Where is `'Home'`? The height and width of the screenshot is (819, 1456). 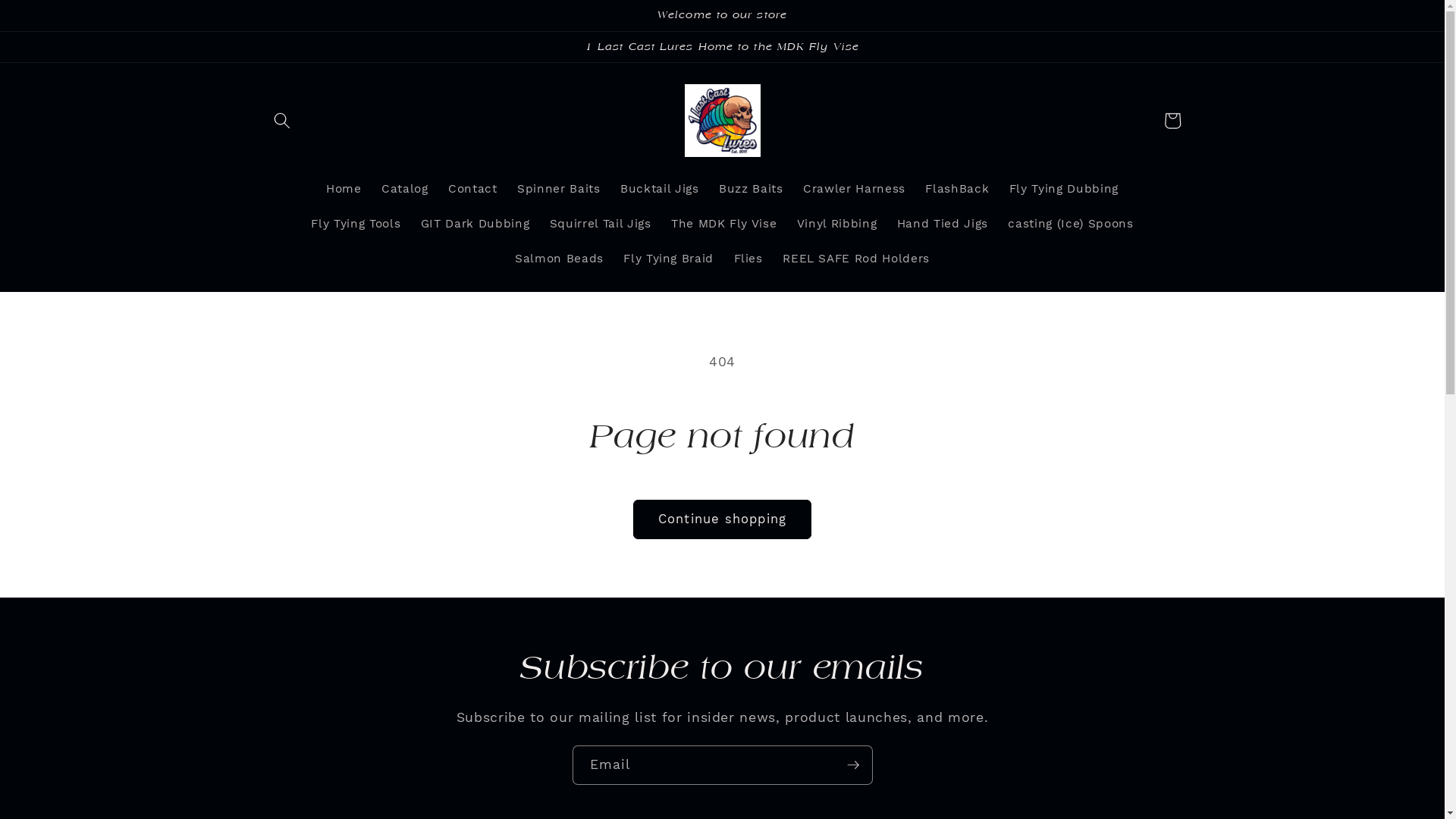
'Home' is located at coordinates (343, 189).